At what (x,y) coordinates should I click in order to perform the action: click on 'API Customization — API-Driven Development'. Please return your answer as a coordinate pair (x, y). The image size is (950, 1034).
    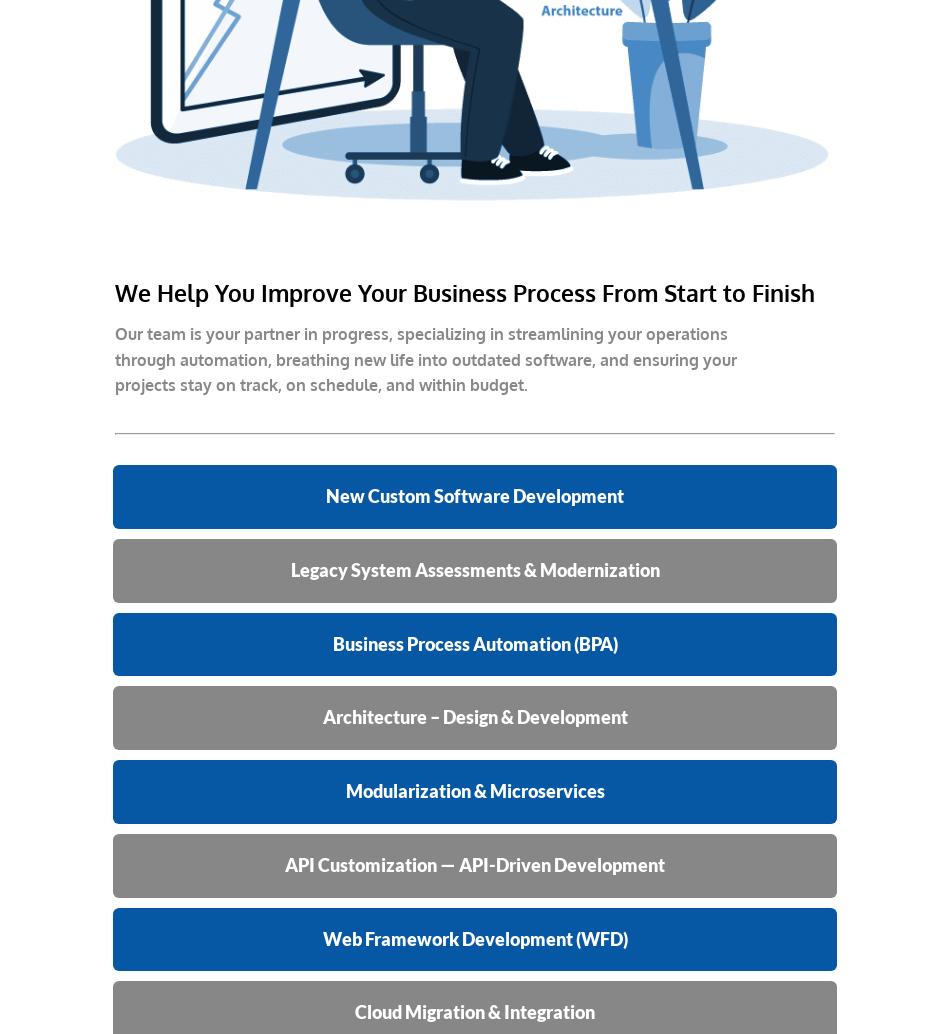
    Looking at the image, I should click on (475, 863).